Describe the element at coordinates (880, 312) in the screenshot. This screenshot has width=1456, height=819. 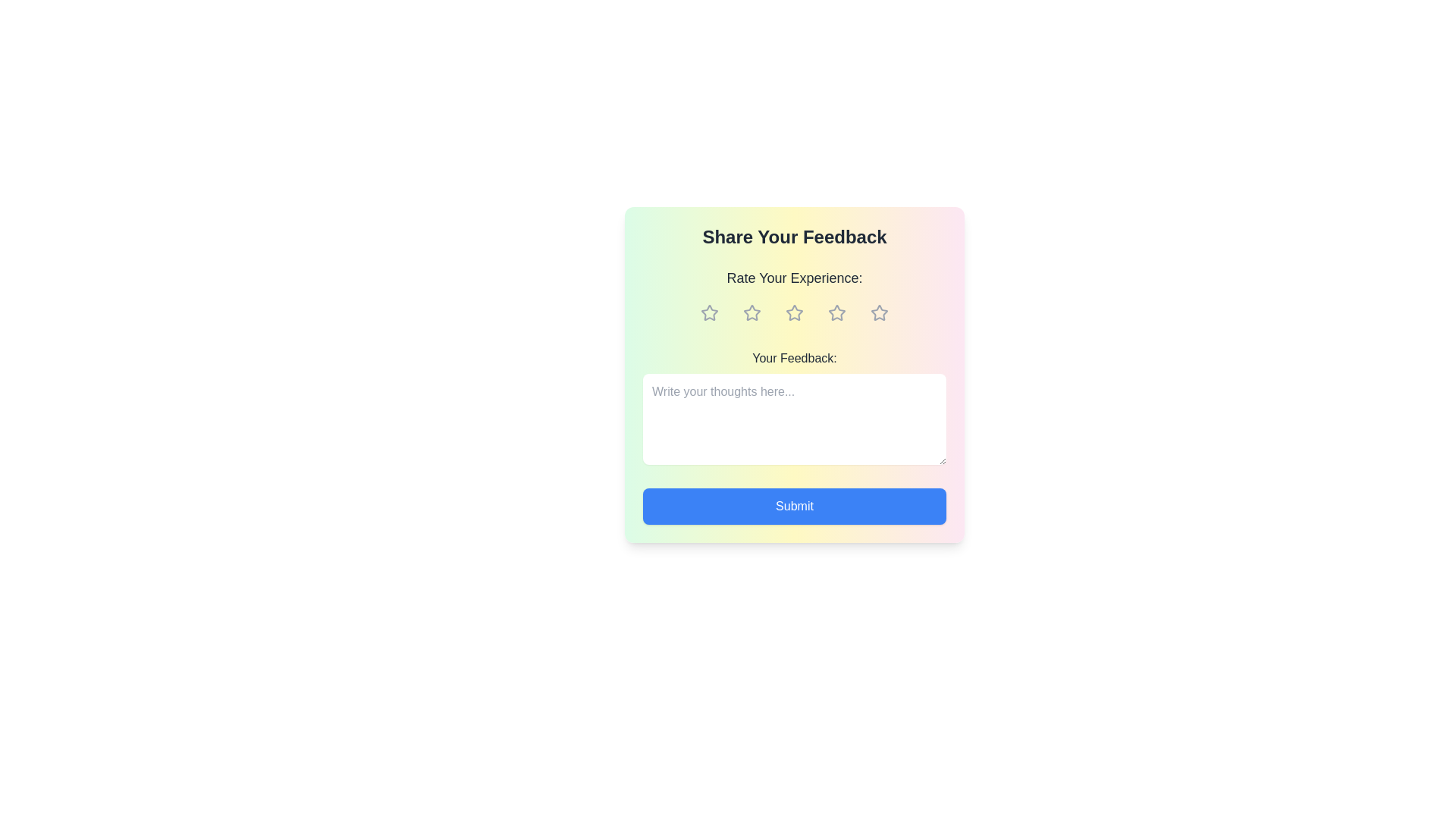
I see `the interactive button with an embedded star icon located at the top-center of the feedback form` at that location.